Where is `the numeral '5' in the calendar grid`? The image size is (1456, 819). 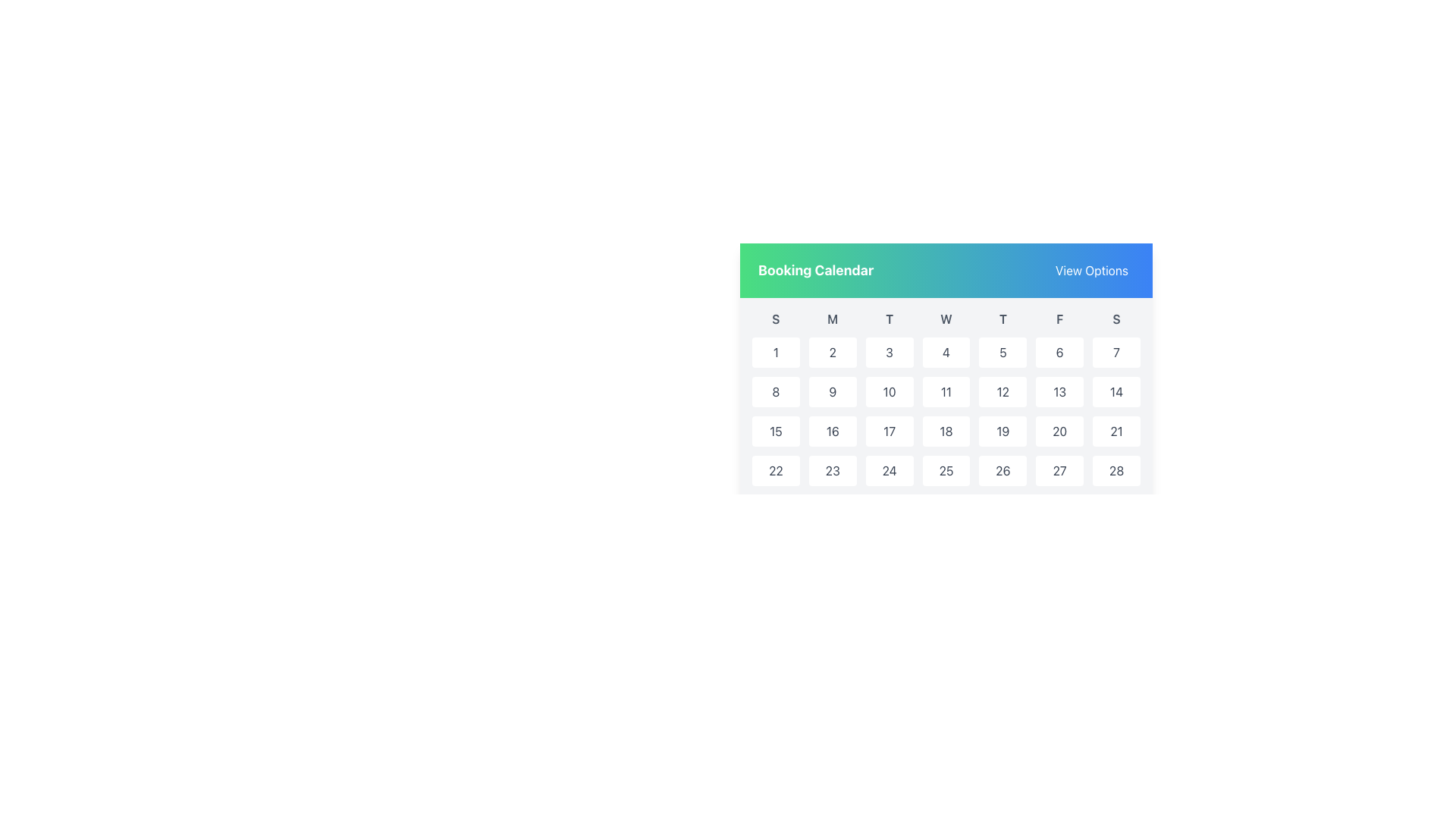
the numeral '5' in the calendar grid is located at coordinates (1003, 353).